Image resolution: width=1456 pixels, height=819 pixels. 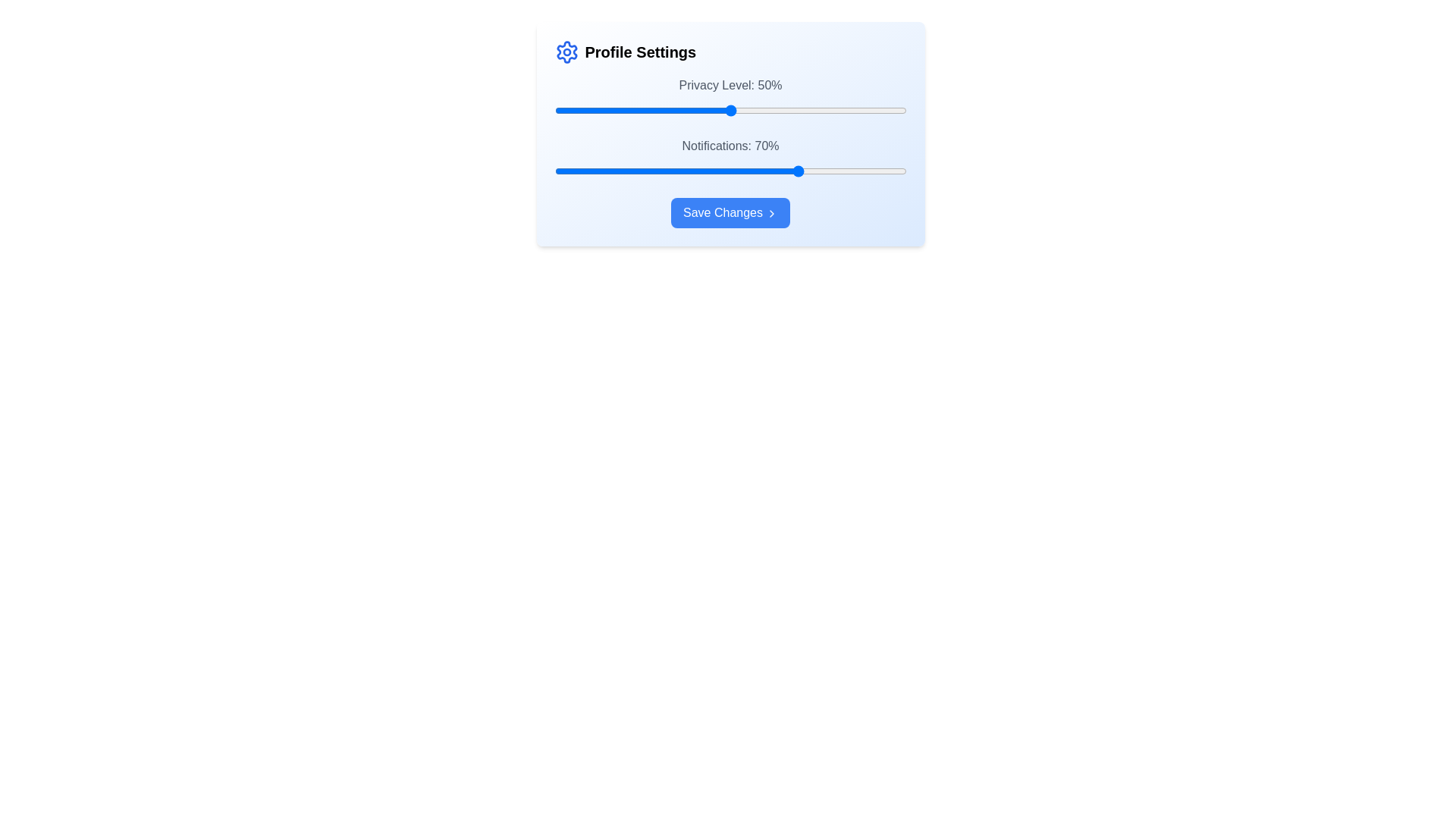 What do you see at coordinates (853, 171) in the screenshot?
I see `the 'Notifications' slider to 85% by adjusting its position` at bounding box center [853, 171].